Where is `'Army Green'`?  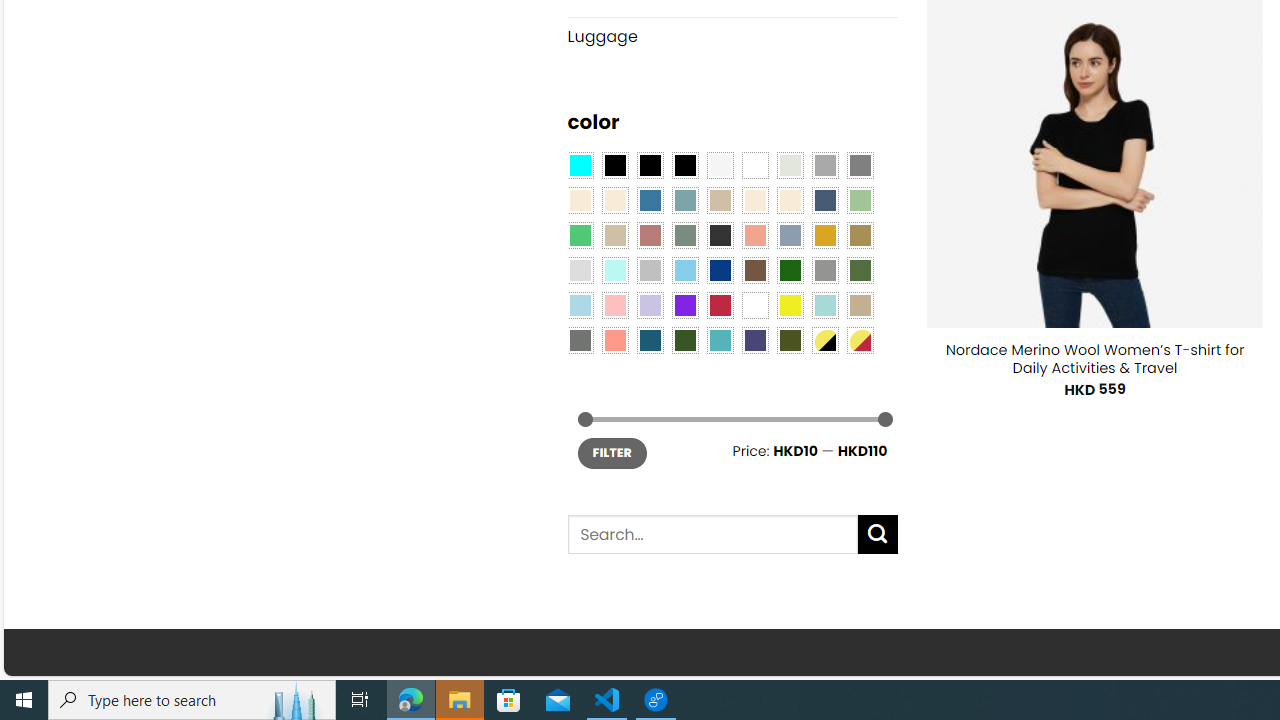
'Army Green' is located at coordinates (788, 338).